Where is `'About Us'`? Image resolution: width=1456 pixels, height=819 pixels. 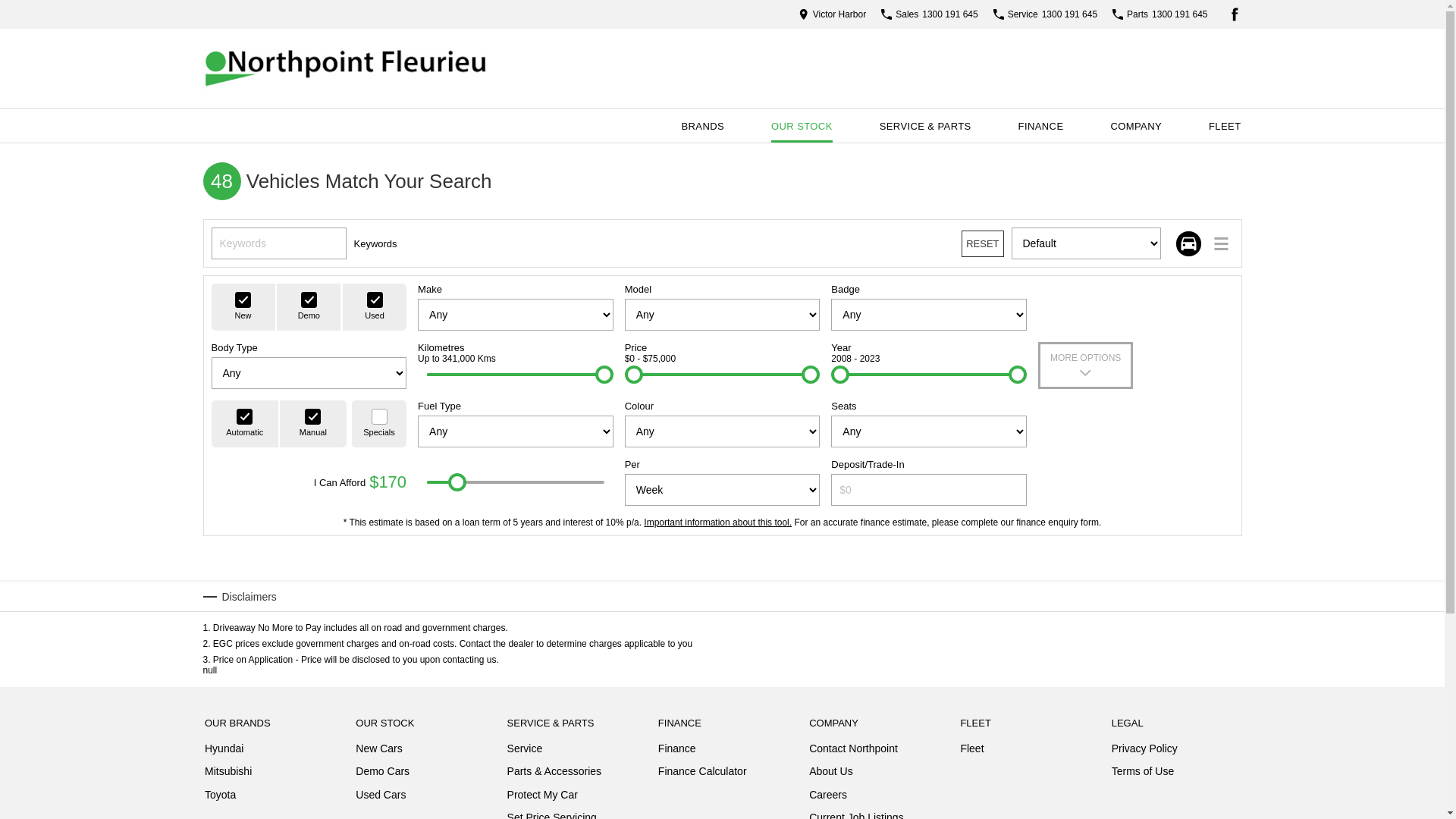 'About Us' is located at coordinates (830, 774).